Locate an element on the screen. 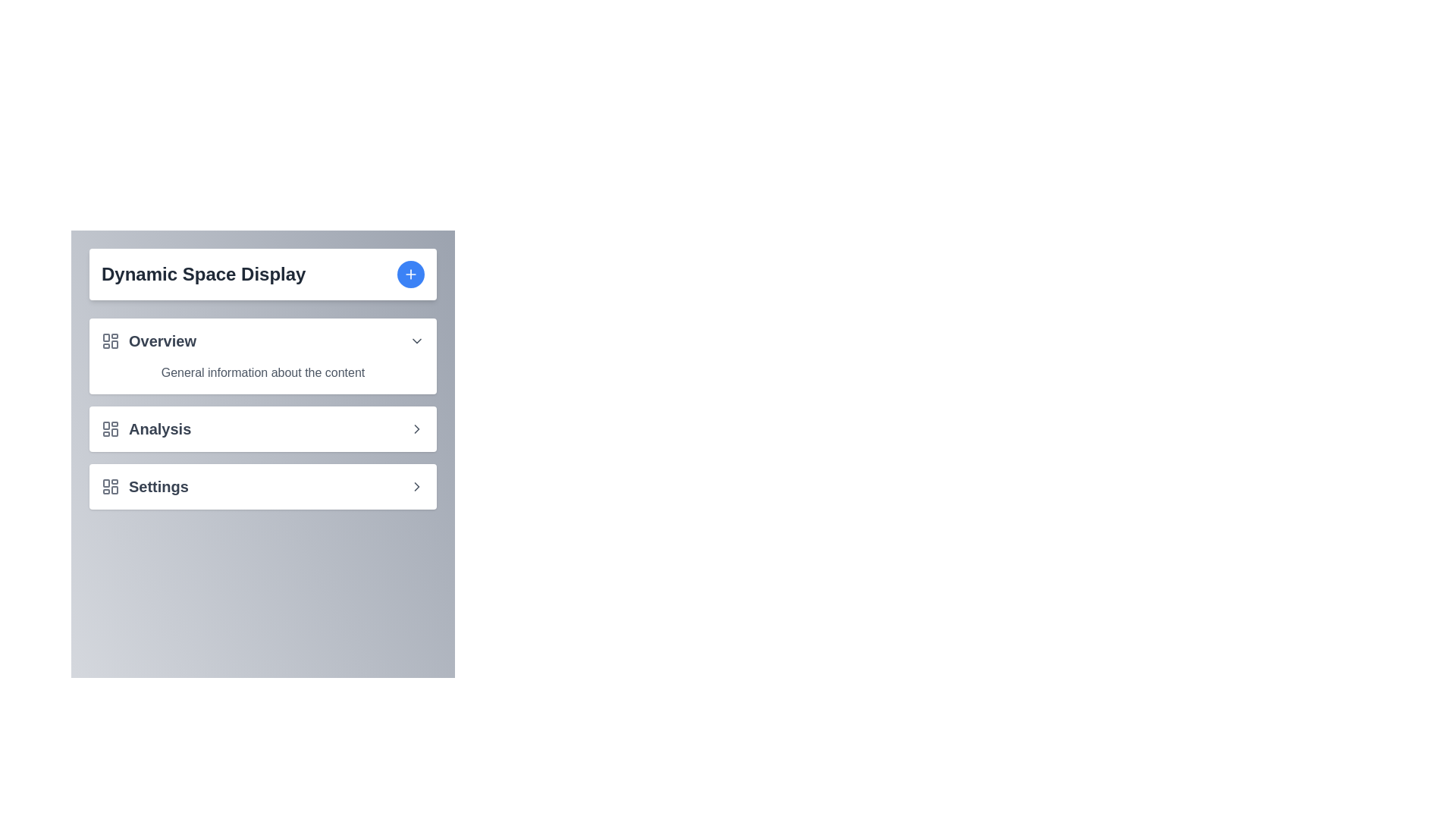 The image size is (1456, 819). the 'Overview' navigation link, which includes a dashboard icon and the text label 'Overview' is located at coordinates (149, 341).